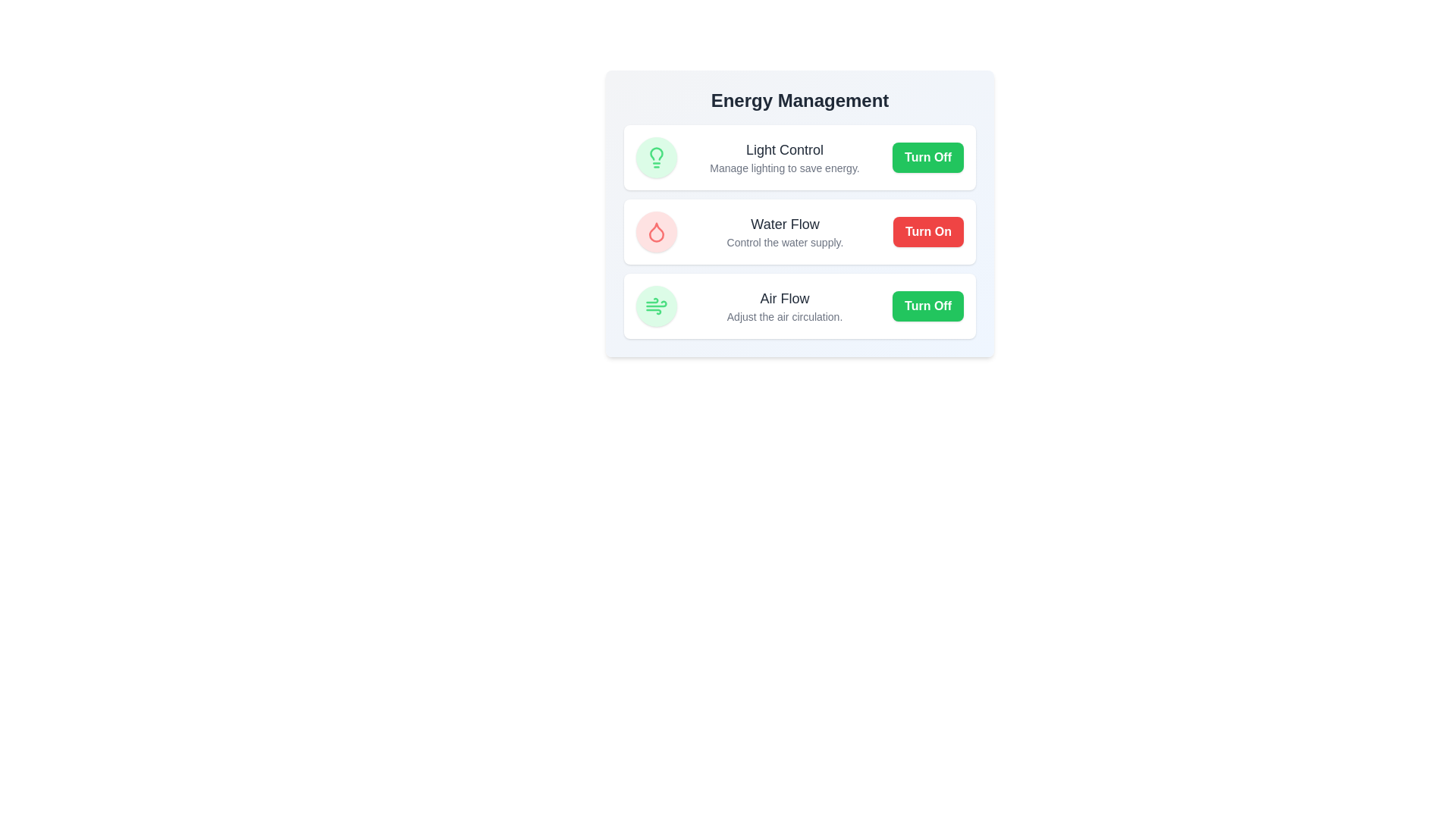 This screenshot has width=1456, height=819. I want to click on the heading at the top of the card layout, which indicates the main topic related to managing energy-related resources, so click(799, 100).